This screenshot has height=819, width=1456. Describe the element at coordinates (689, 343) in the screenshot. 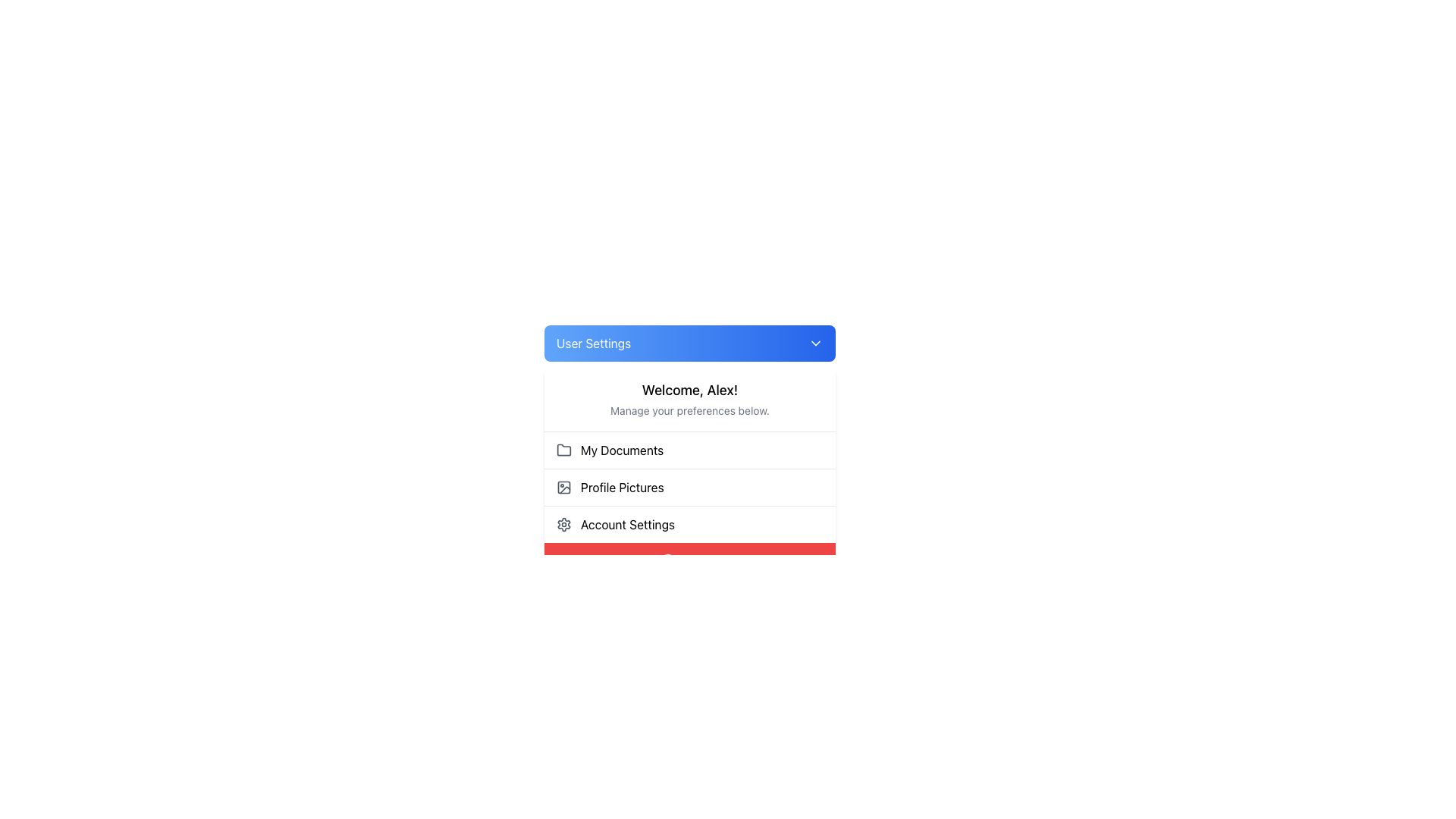

I see `the 'User Settings' button` at that location.